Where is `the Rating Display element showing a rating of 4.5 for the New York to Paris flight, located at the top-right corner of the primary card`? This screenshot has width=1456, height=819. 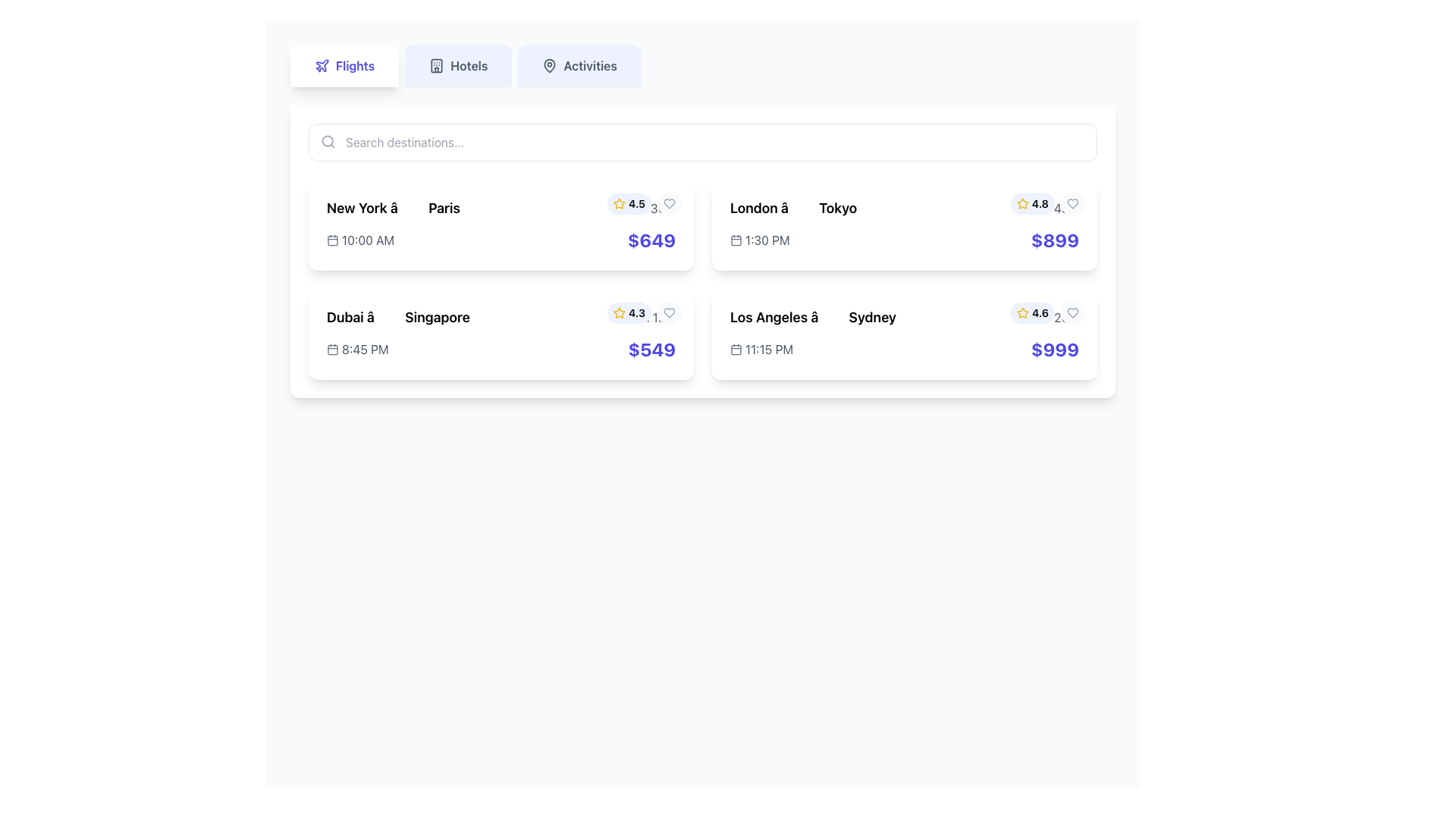
the Rating Display element showing a rating of 4.5 for the New York to Paris flight, located at the top-right corner of the primary card is located at coordinates (644, 203).